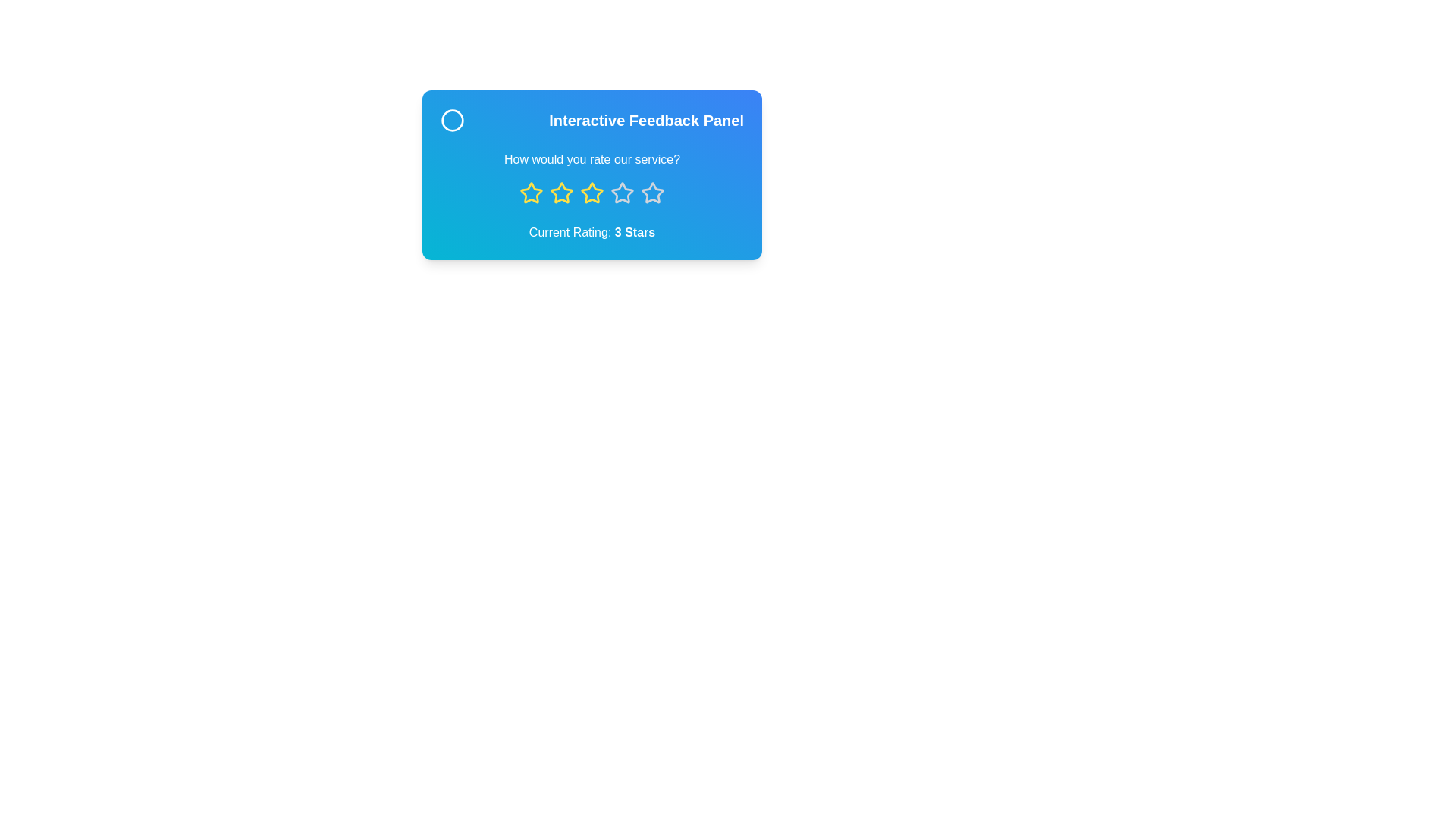 This screenshot has width=1456, height=819. I want to click on the 4th star icon in the rating component to provide a rating, so click(652, 192).